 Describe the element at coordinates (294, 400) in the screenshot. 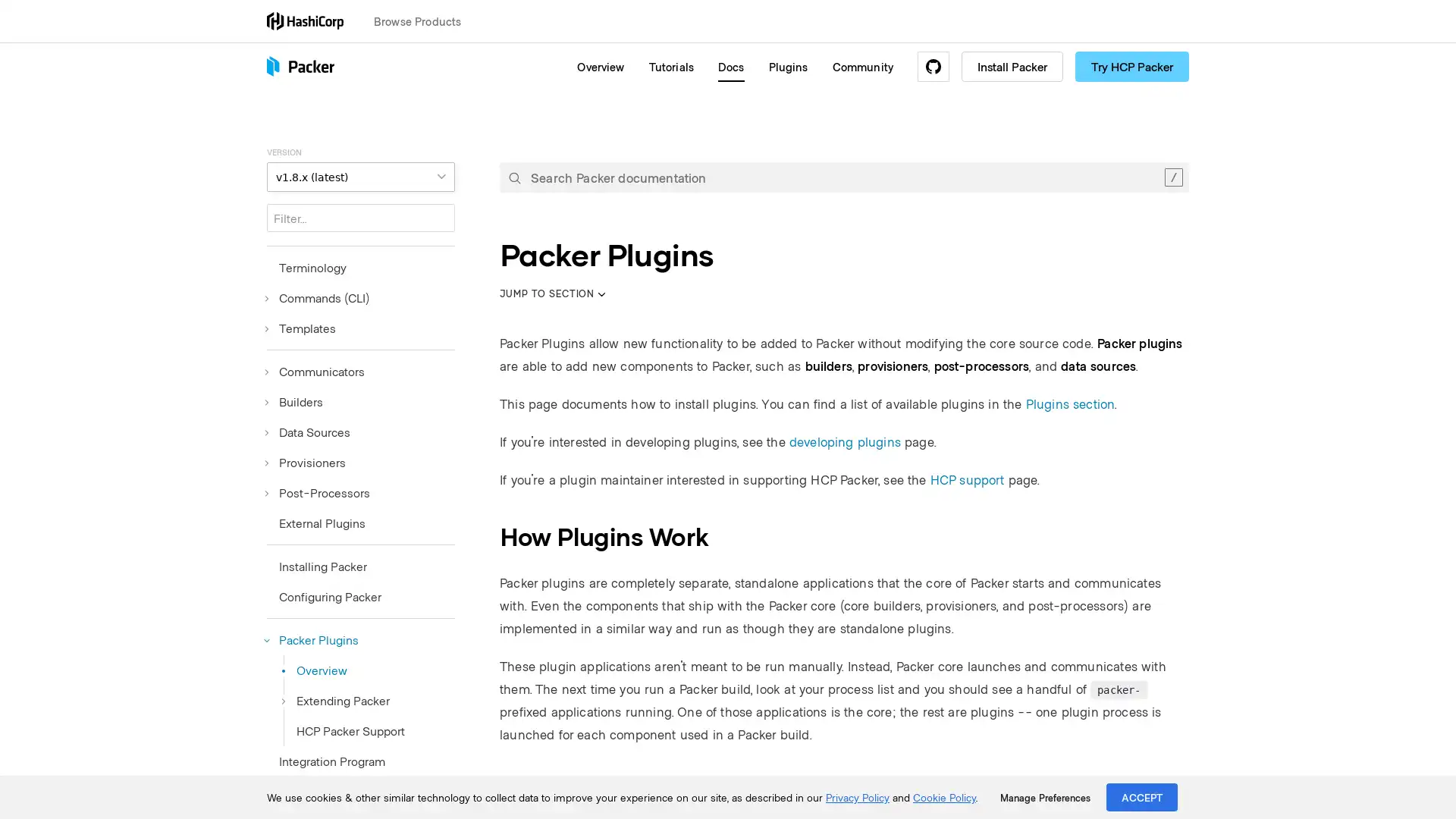

I see `Builders` at that location.